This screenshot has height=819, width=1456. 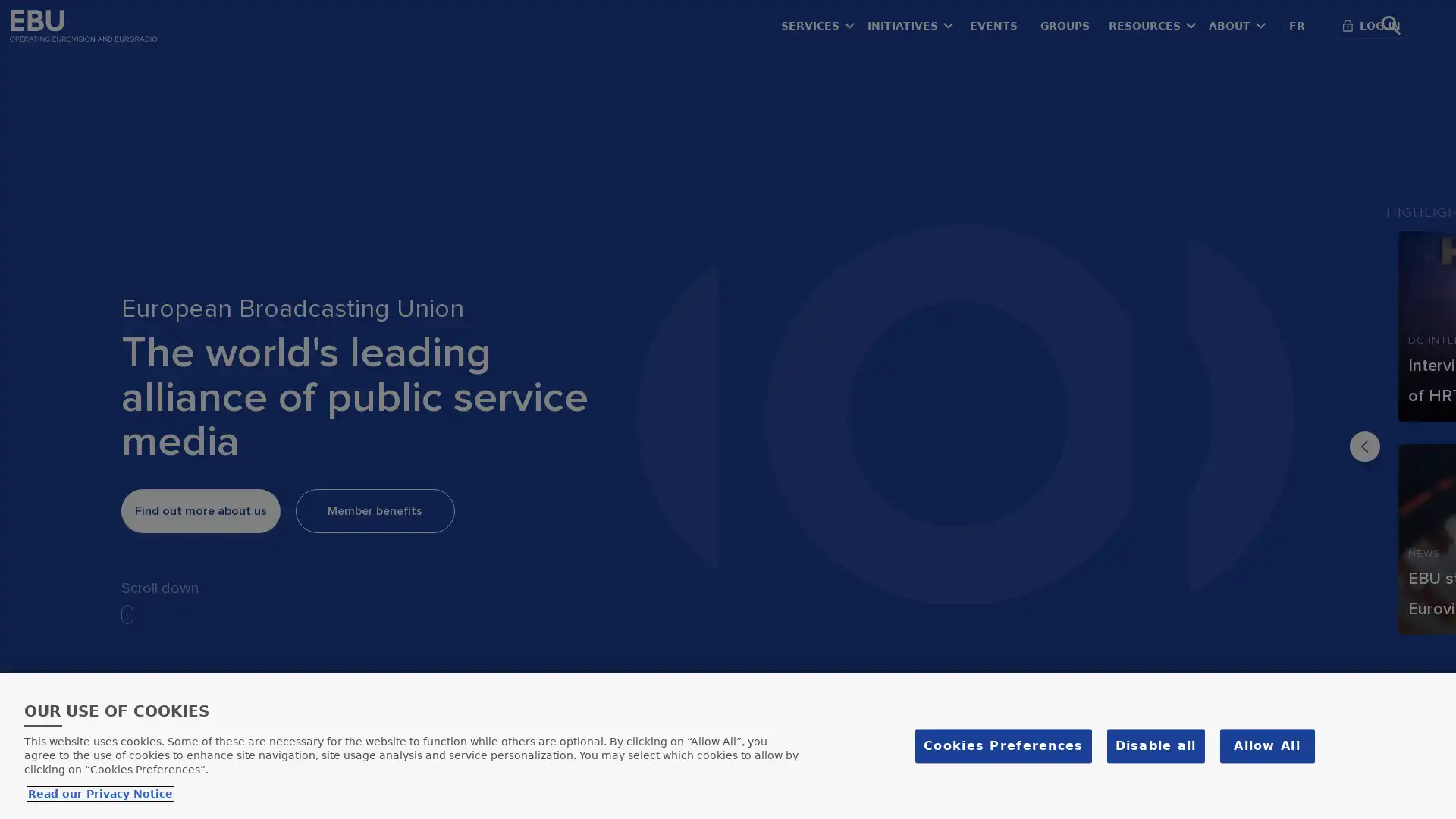 What do you see at coordinates (1003, 745) in the screenshot?
I see `Cookies Preferences` at bounding box center [1003, 745].